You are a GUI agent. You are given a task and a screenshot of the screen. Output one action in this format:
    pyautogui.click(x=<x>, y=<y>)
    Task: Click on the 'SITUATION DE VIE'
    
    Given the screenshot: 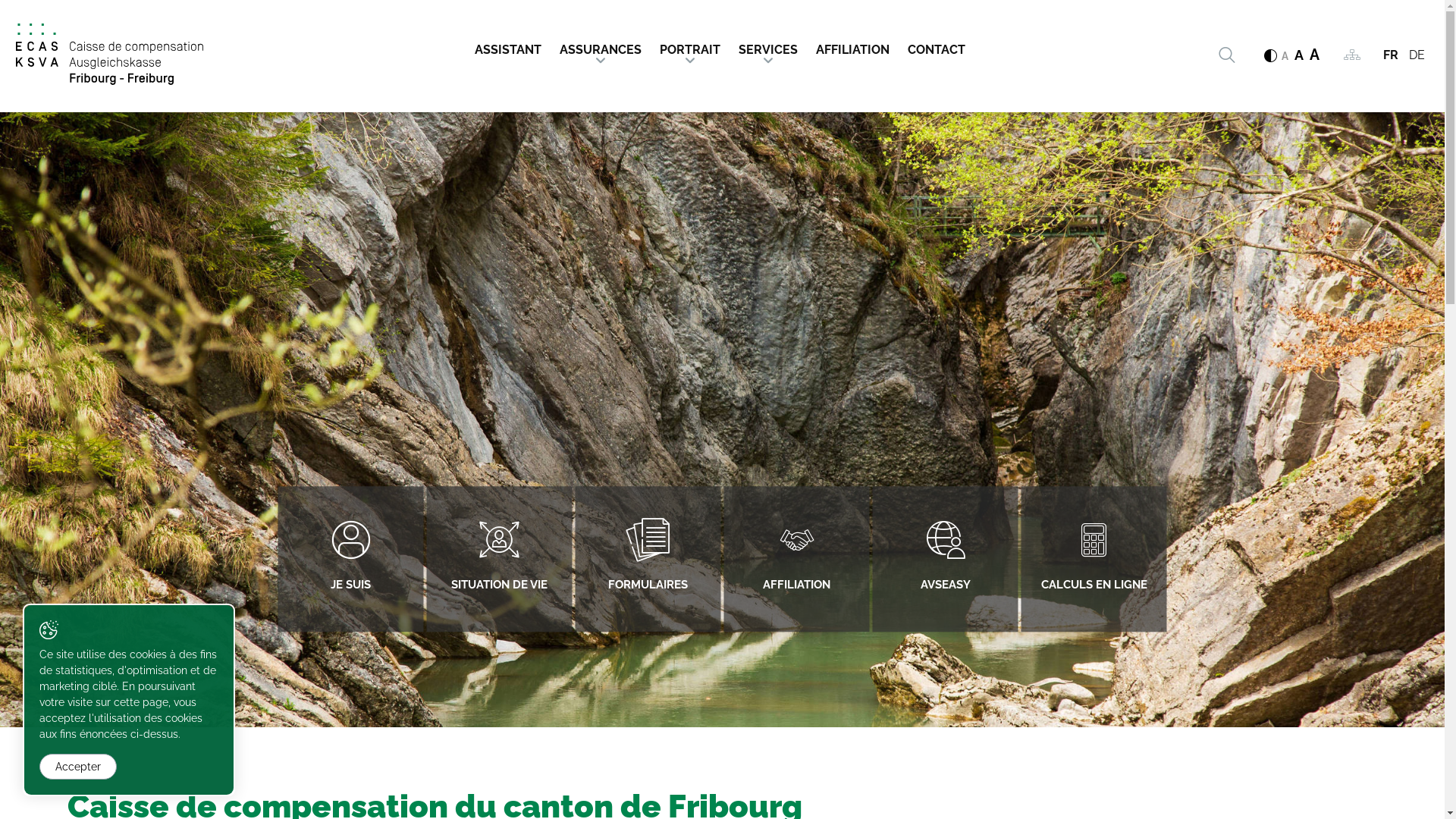 What is the action you would take?
    pyautogui.click(x=498, y=559)
    